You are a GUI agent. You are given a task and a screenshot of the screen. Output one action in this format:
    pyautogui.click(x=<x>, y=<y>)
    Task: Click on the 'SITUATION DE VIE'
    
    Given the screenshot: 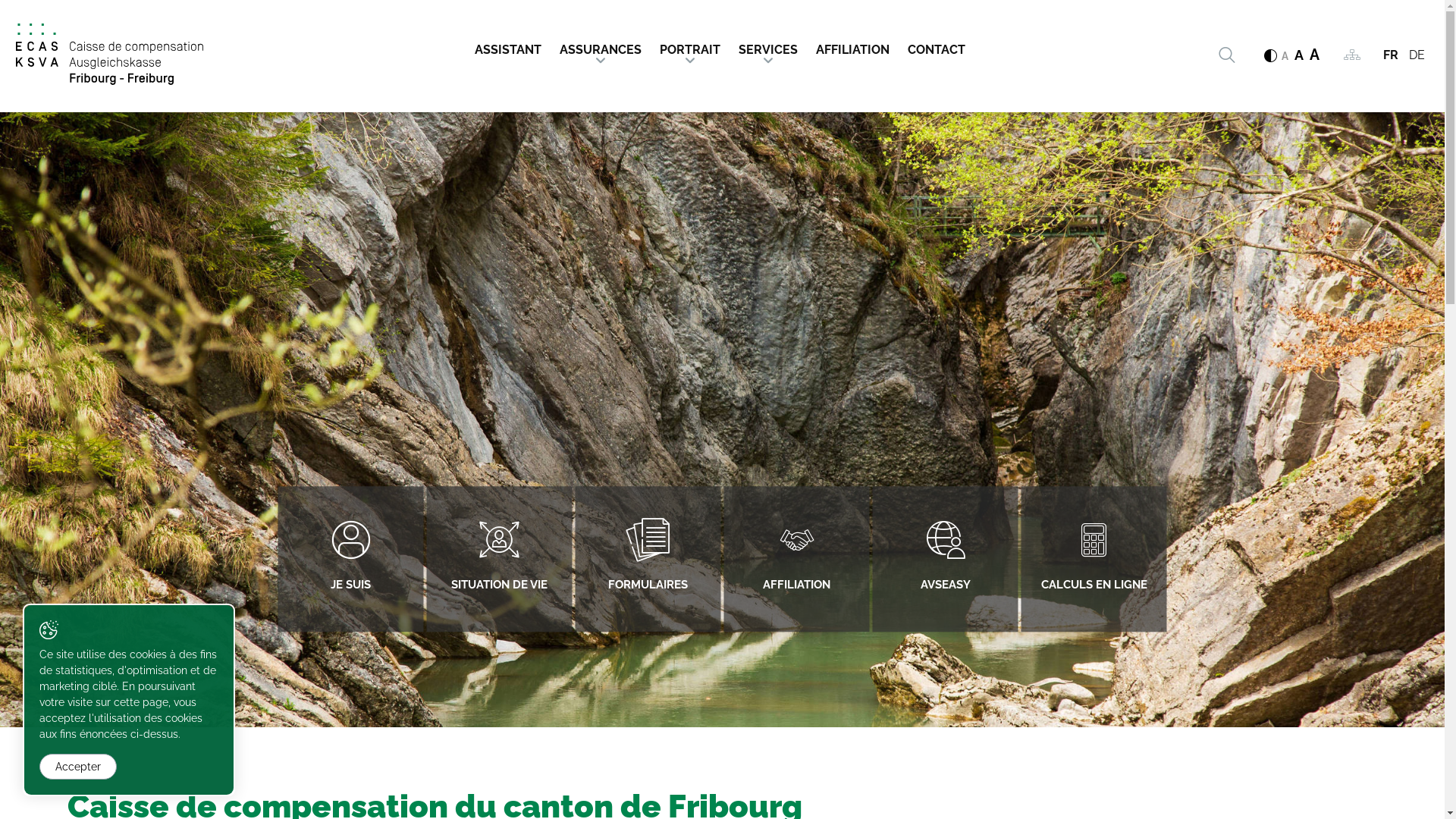 What is the action you would take?
    pyautogui.click(x=498, y=559)
    